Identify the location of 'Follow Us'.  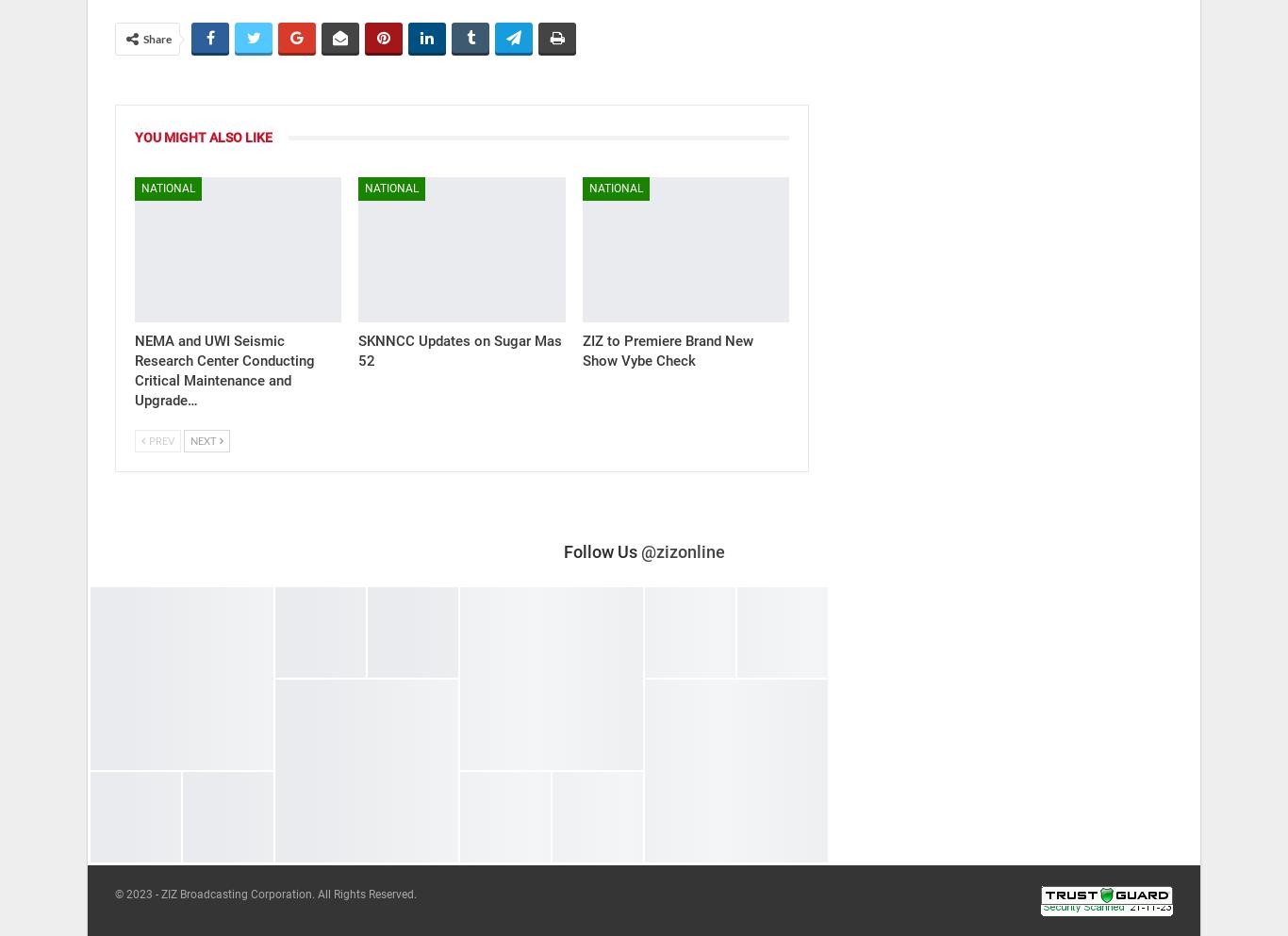
(601, 550).